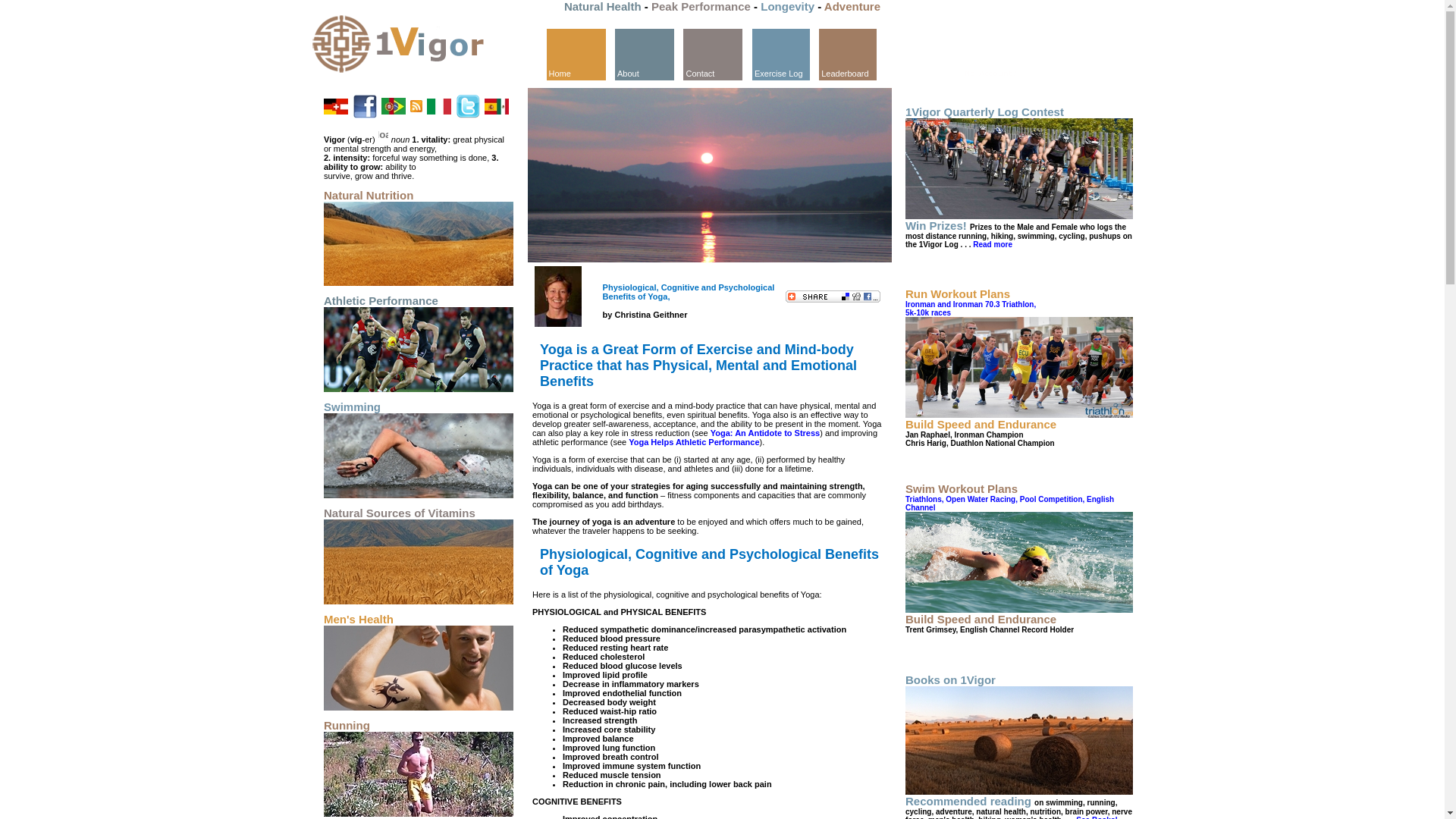 The width and height of the screenshot is (1456, 819). I want to click on 'Read more', so click(990, 243).